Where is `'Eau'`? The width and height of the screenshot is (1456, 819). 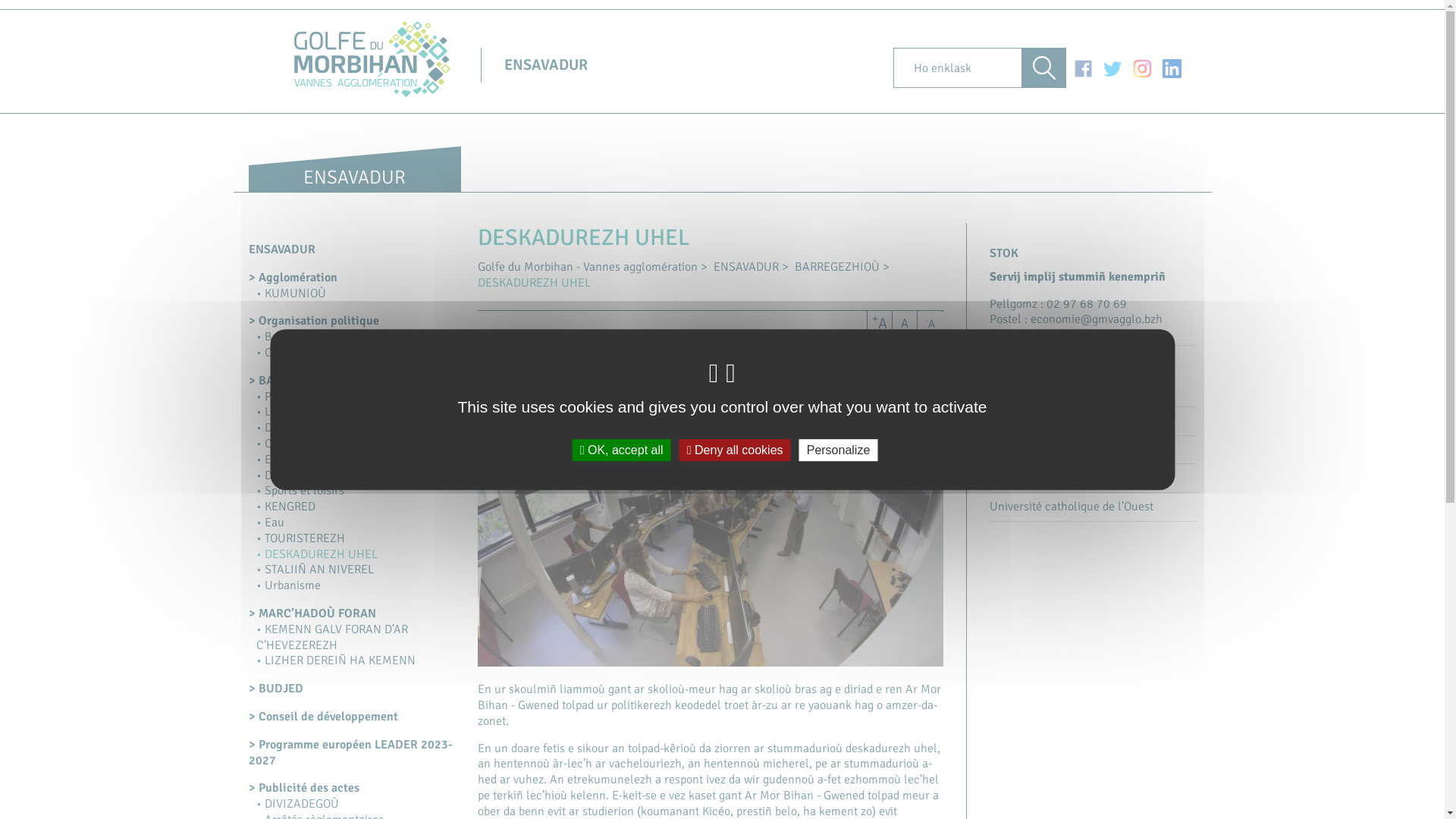 'Eau' is located at coordinates (270, 522).